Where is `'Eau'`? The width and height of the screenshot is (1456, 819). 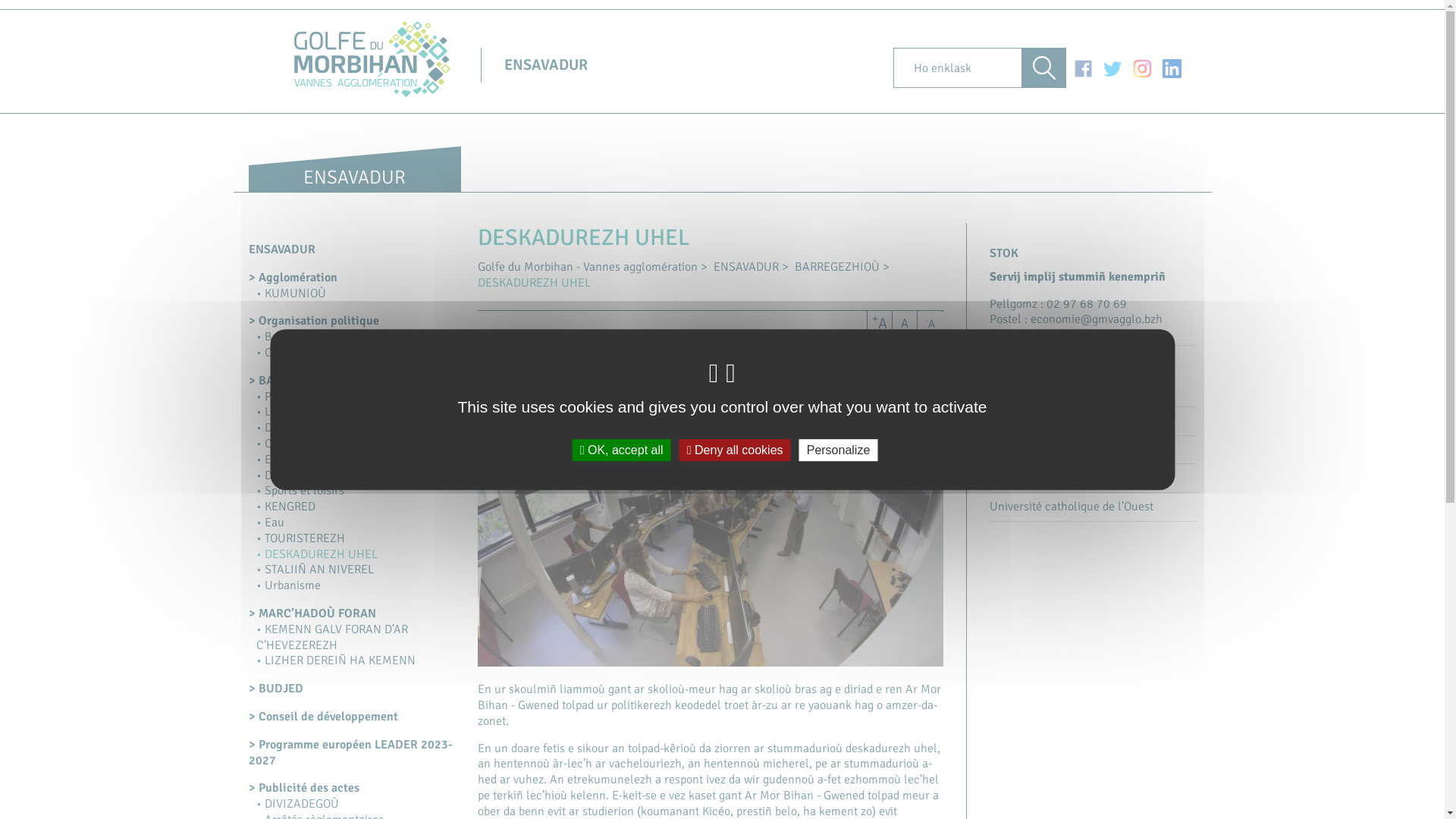 'Eau' is located at coordinates (270, 522).